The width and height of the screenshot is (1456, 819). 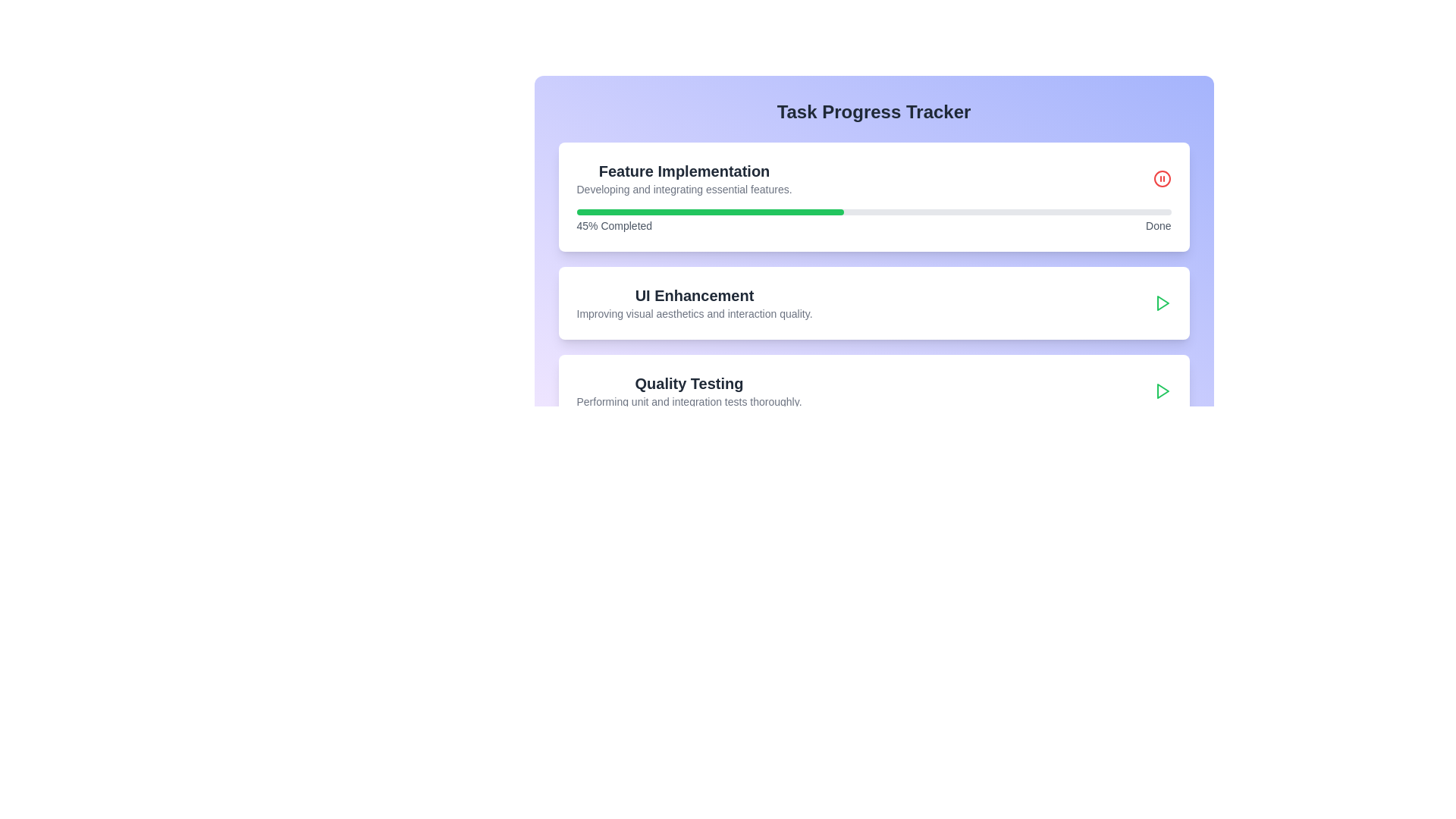 What do you see at coordinates (874, 111) in the screenshot?
I see `the static text label displaying 'Task Progress Tracker' at the top of the interface, which is bold and large, serving as a header` at bounding box center [874, 111].